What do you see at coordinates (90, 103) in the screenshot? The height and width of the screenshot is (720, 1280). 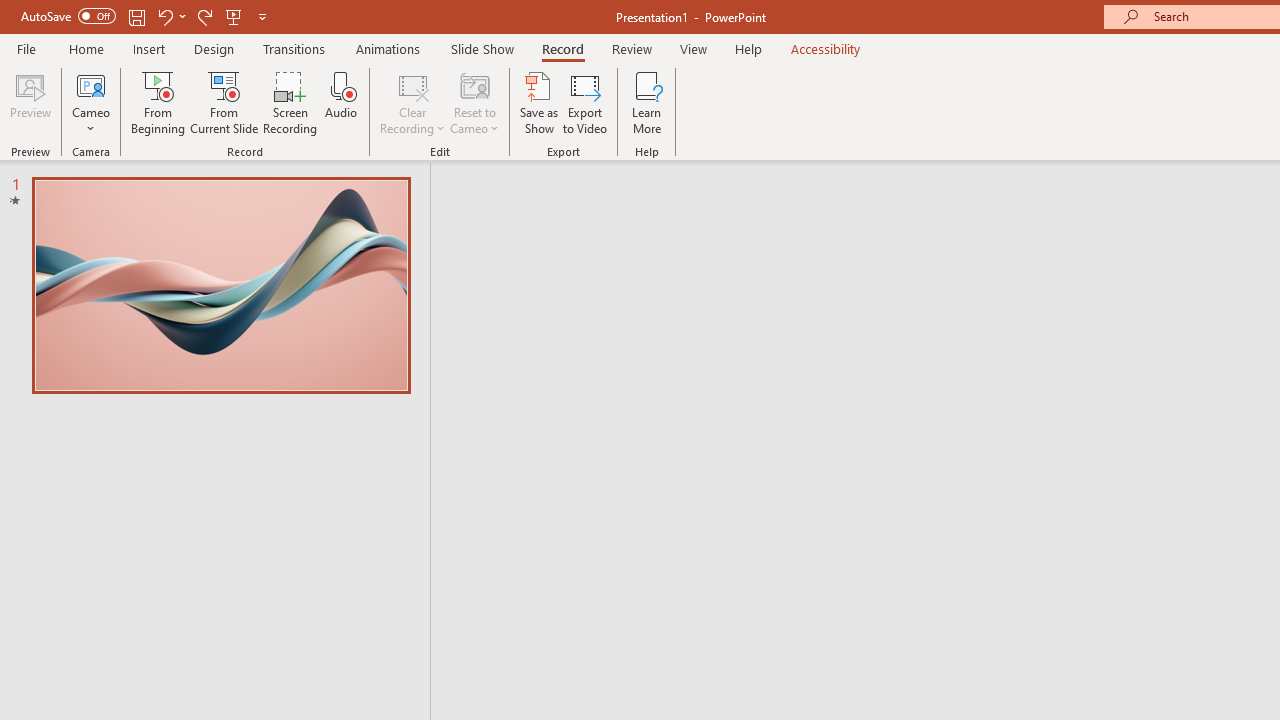 I see `'Cameo'` at bounding box center [90, 103].